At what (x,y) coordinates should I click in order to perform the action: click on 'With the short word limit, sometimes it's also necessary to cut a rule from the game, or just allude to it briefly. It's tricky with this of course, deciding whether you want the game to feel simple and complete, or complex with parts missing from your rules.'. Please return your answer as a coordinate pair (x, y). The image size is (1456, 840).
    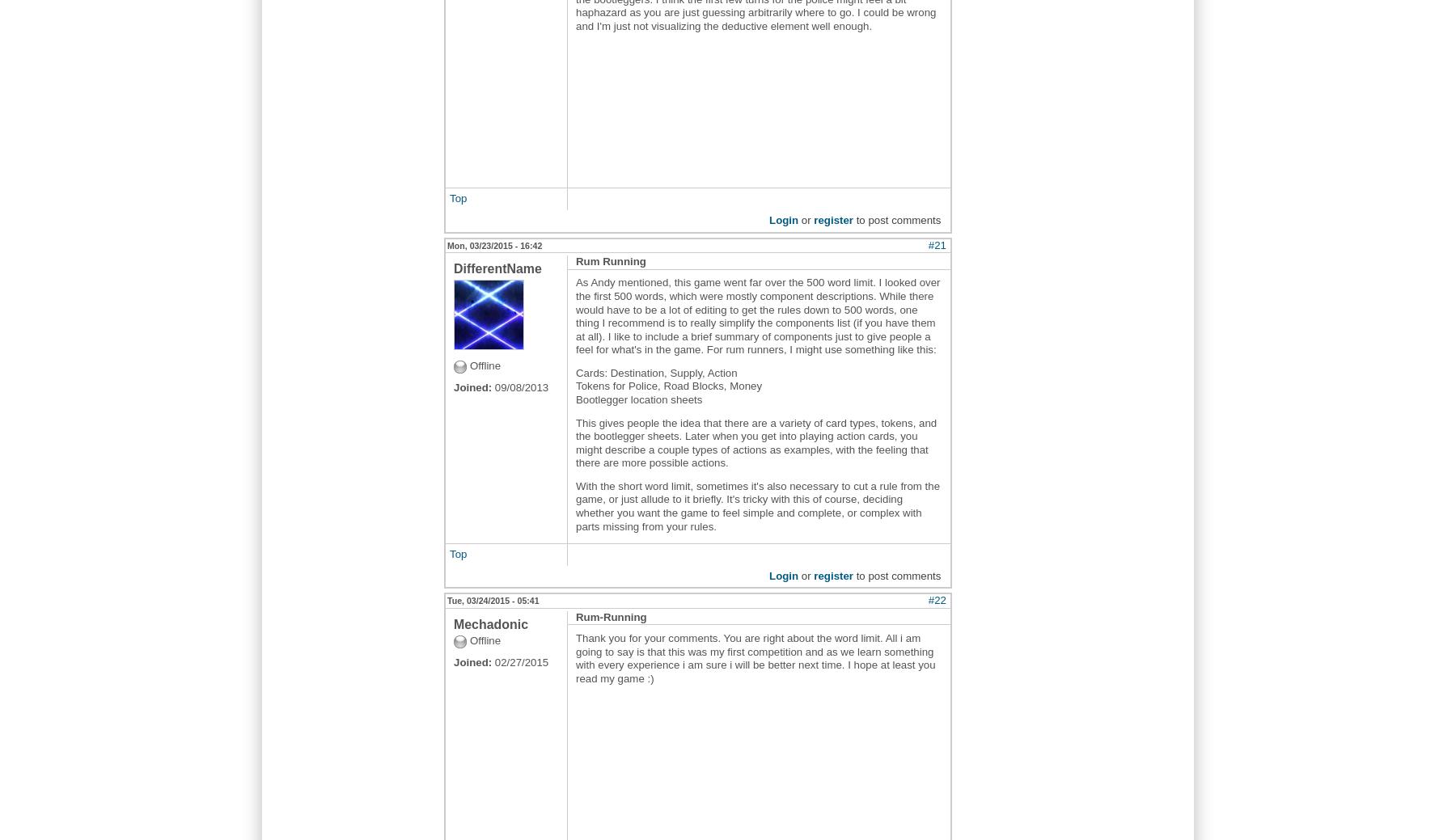
    Looking at the image, I should click on (757, 505).